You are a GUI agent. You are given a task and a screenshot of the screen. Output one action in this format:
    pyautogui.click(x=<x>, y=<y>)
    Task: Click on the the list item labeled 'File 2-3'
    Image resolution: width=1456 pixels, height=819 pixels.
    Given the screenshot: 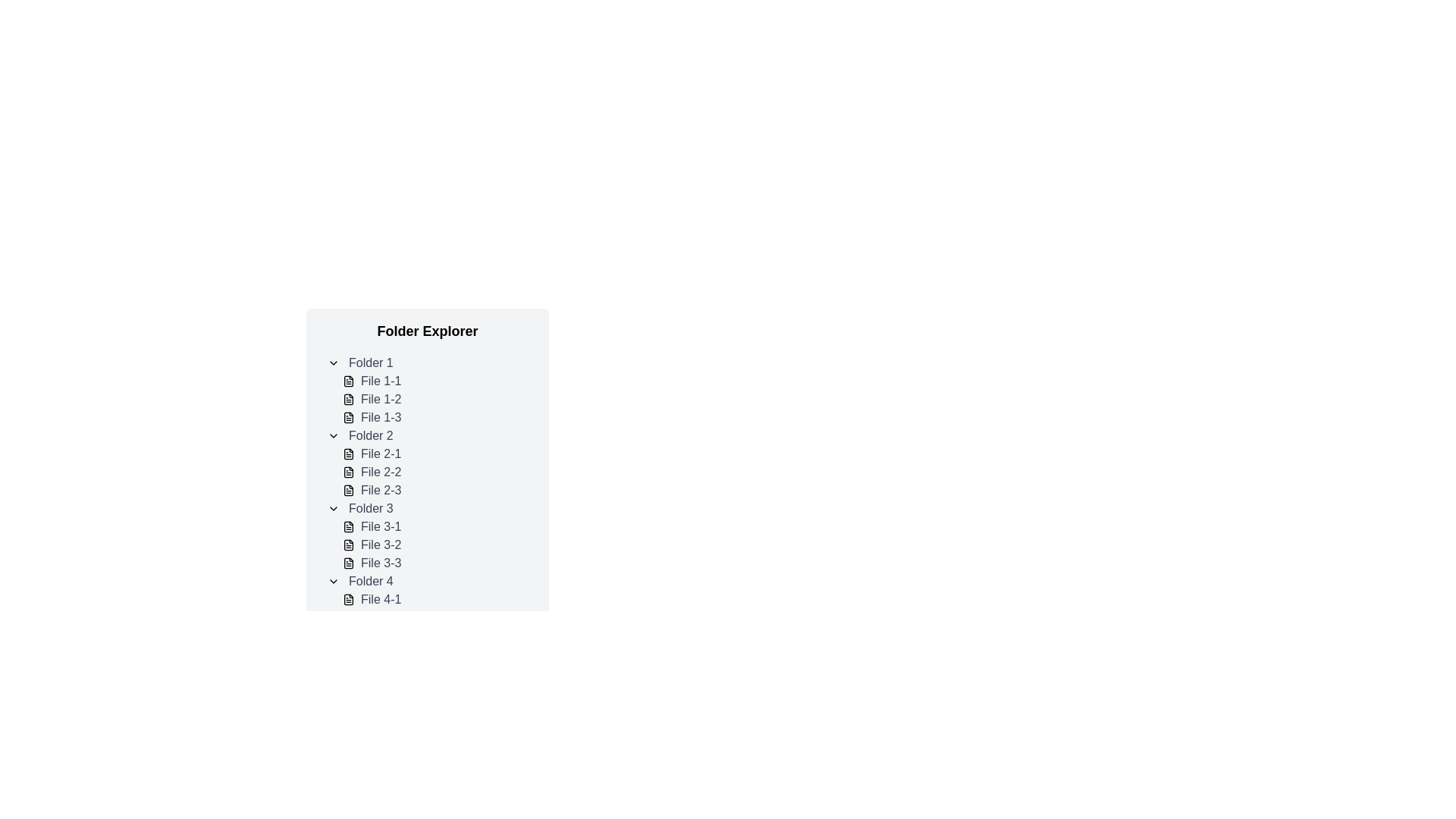 What is the action you would take?
    pyautogui.click(x=439, y=491)
    